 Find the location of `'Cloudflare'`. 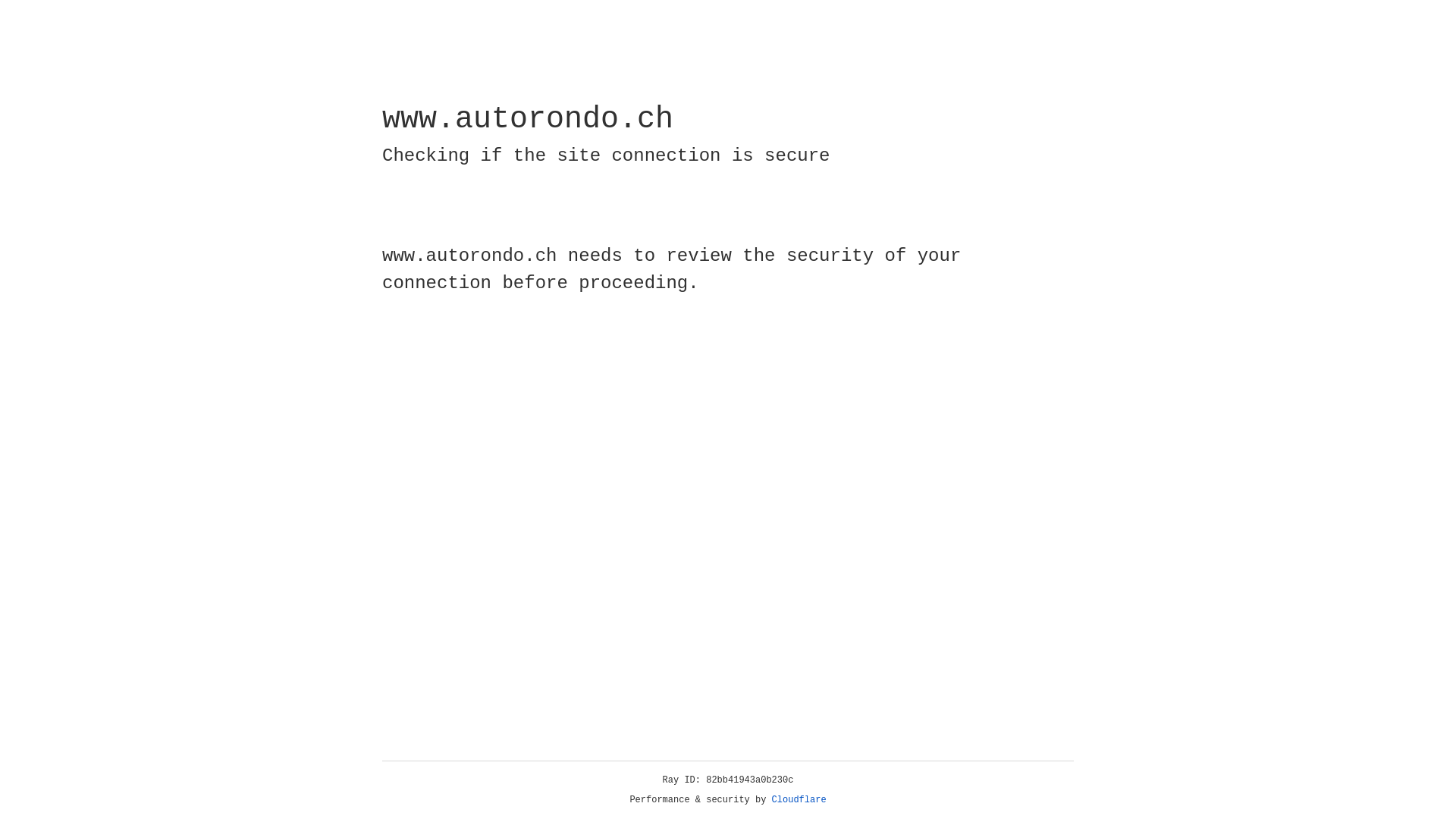

'Cloudflare' is located at coordinates (799, 799).